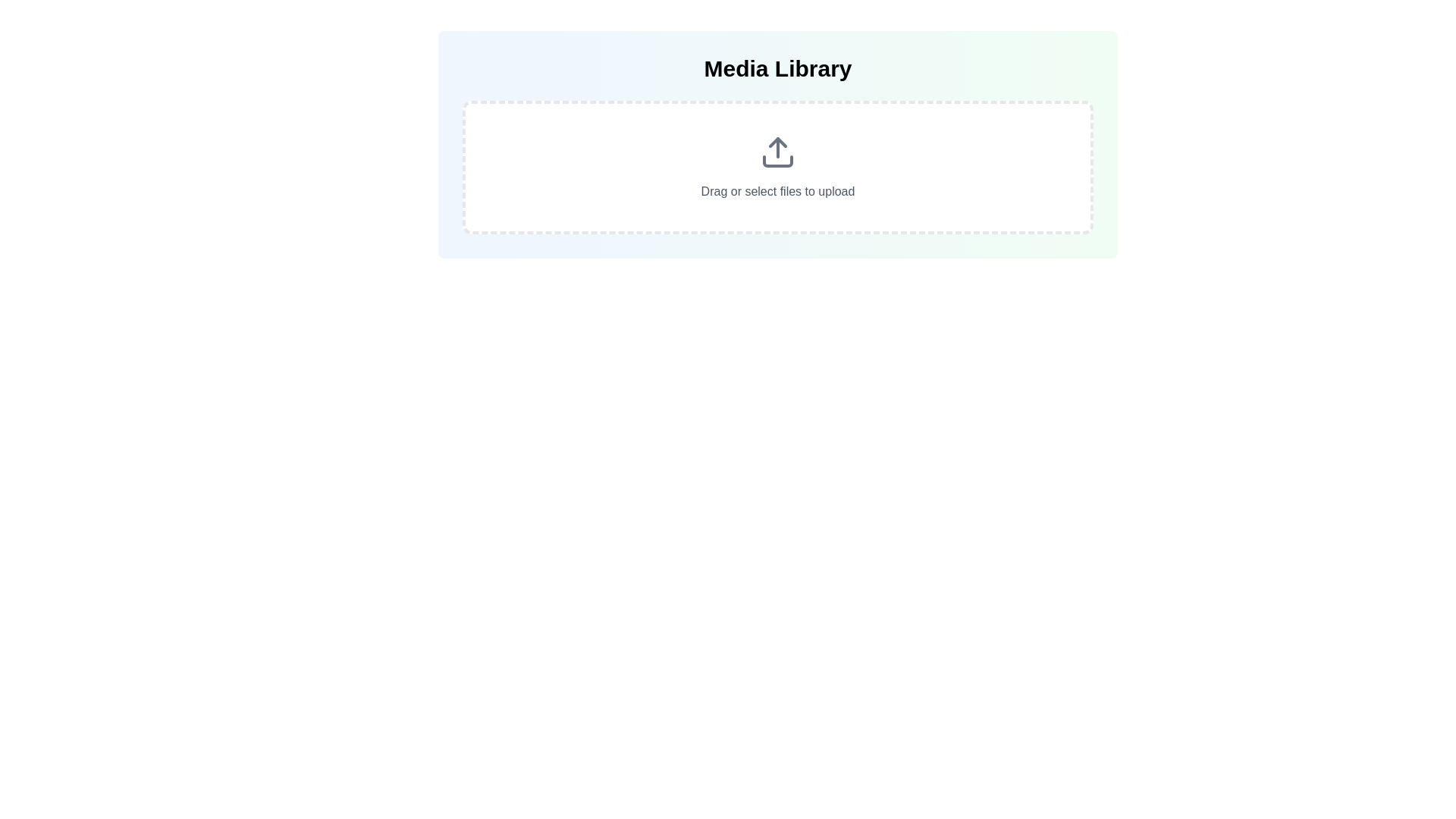 This screenshot has width=1456, height=819. I want to click on the text label that informs users about the option to drag or select files to upload into the system, which is located within a rounded, dashed-bordered section near the center, so click(778, 191).